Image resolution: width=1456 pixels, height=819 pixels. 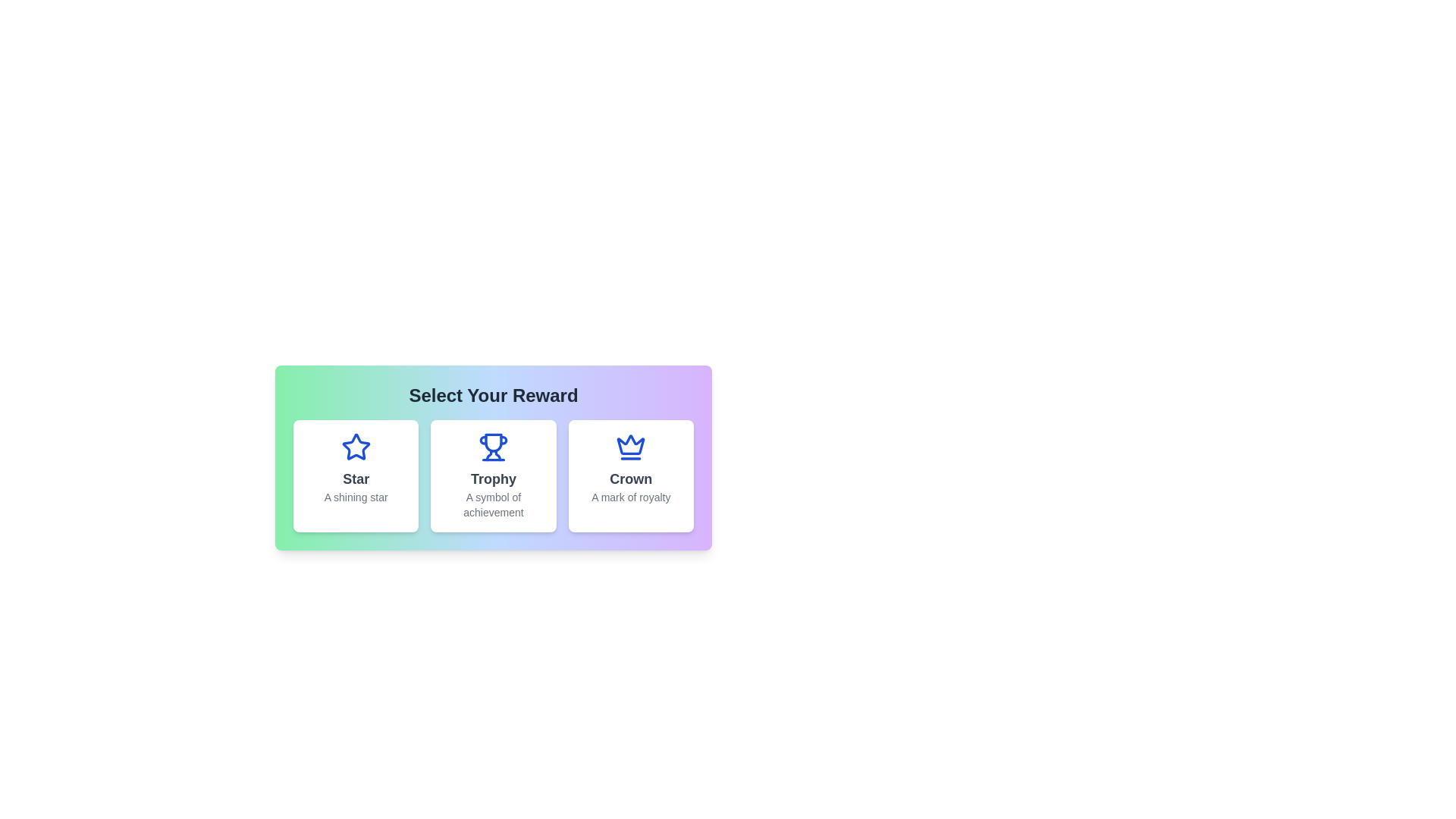 I want to click on the title of the component to focus it, so click(x=494, y=394).